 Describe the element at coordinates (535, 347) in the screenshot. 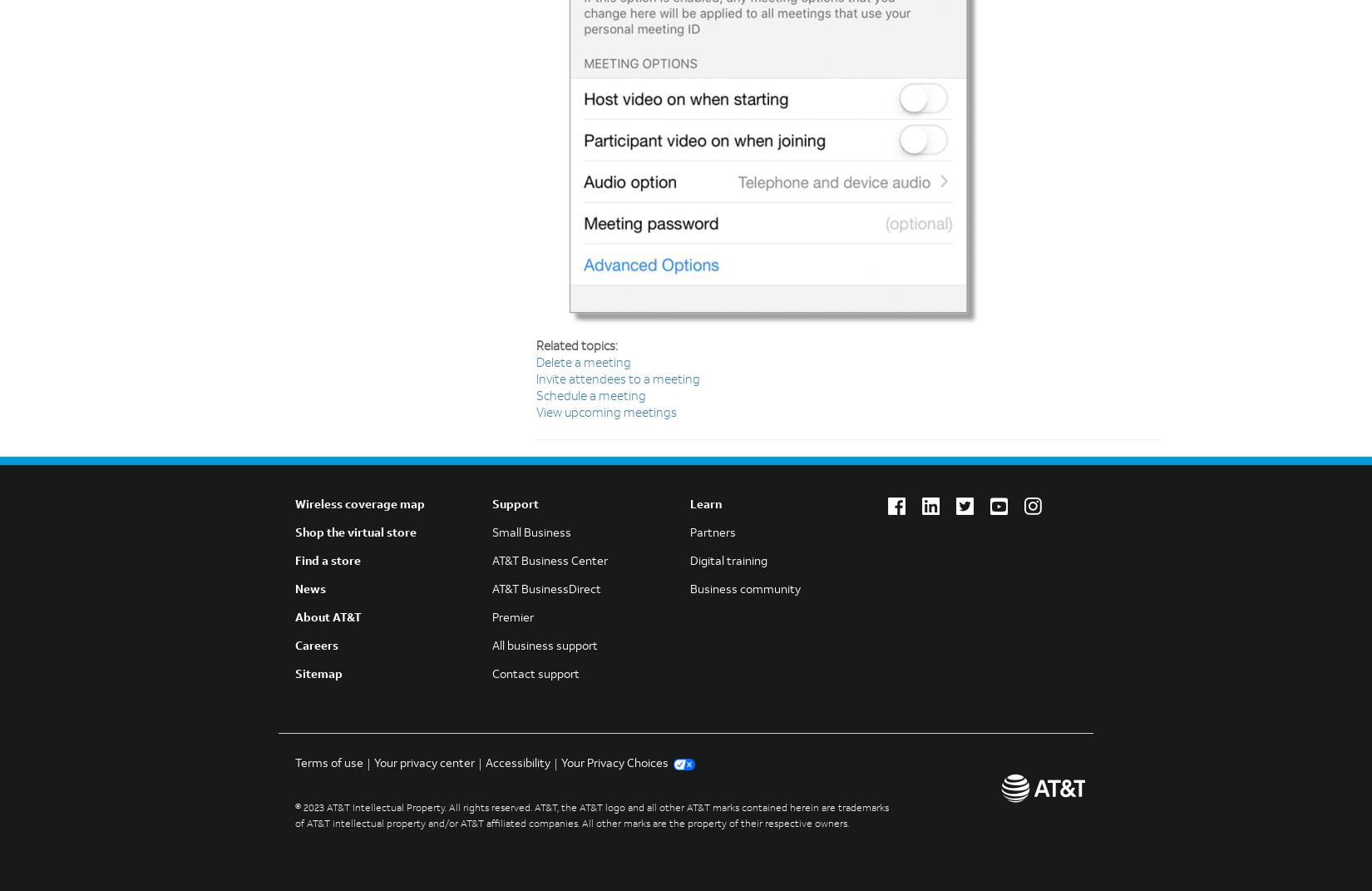

I see `'Related topics:'` at that location.